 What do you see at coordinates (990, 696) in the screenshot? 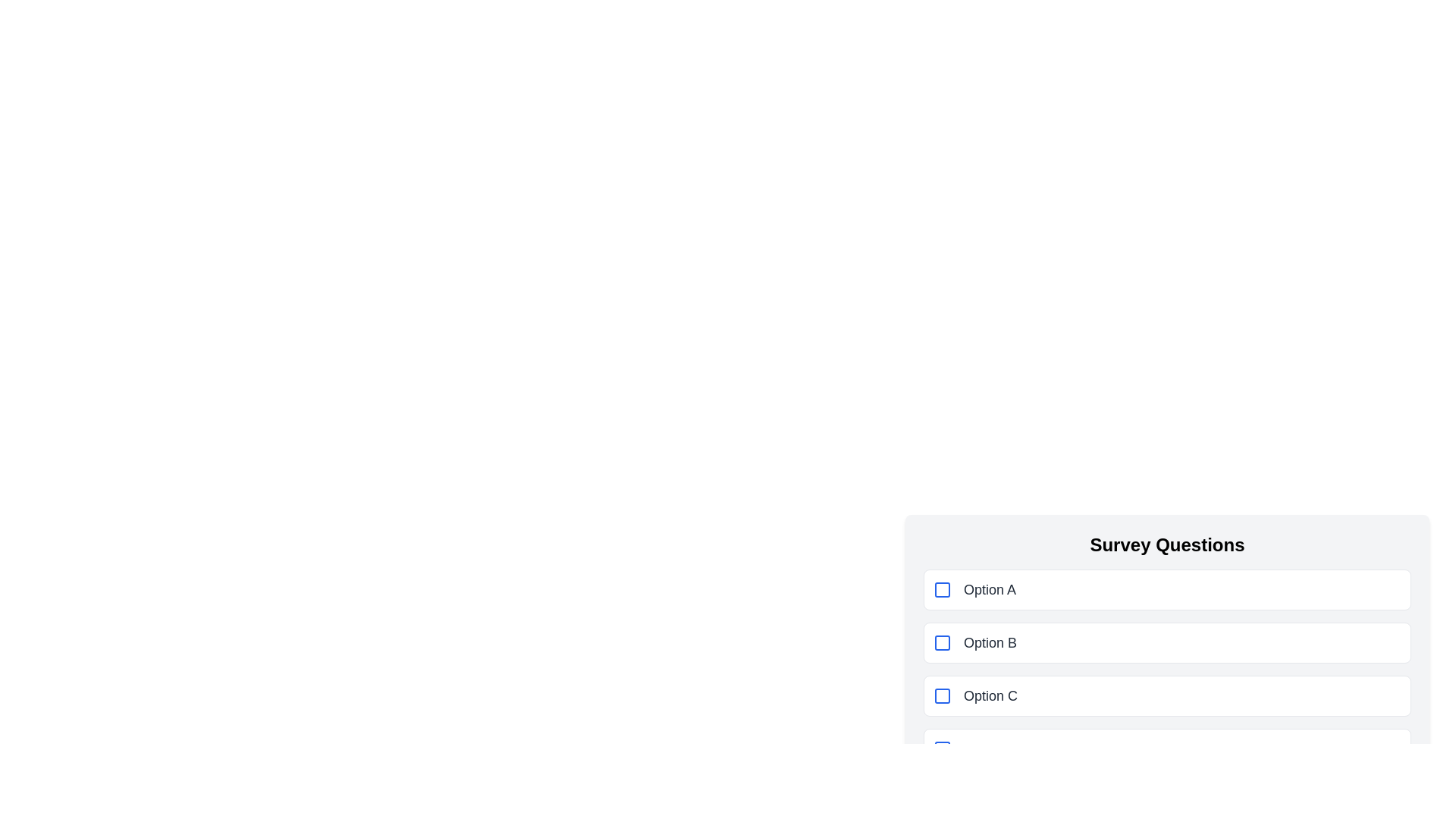
I see `the third text label in the survey questions section, which represents the third selectable option in the list` at bounding box center [990, 696].